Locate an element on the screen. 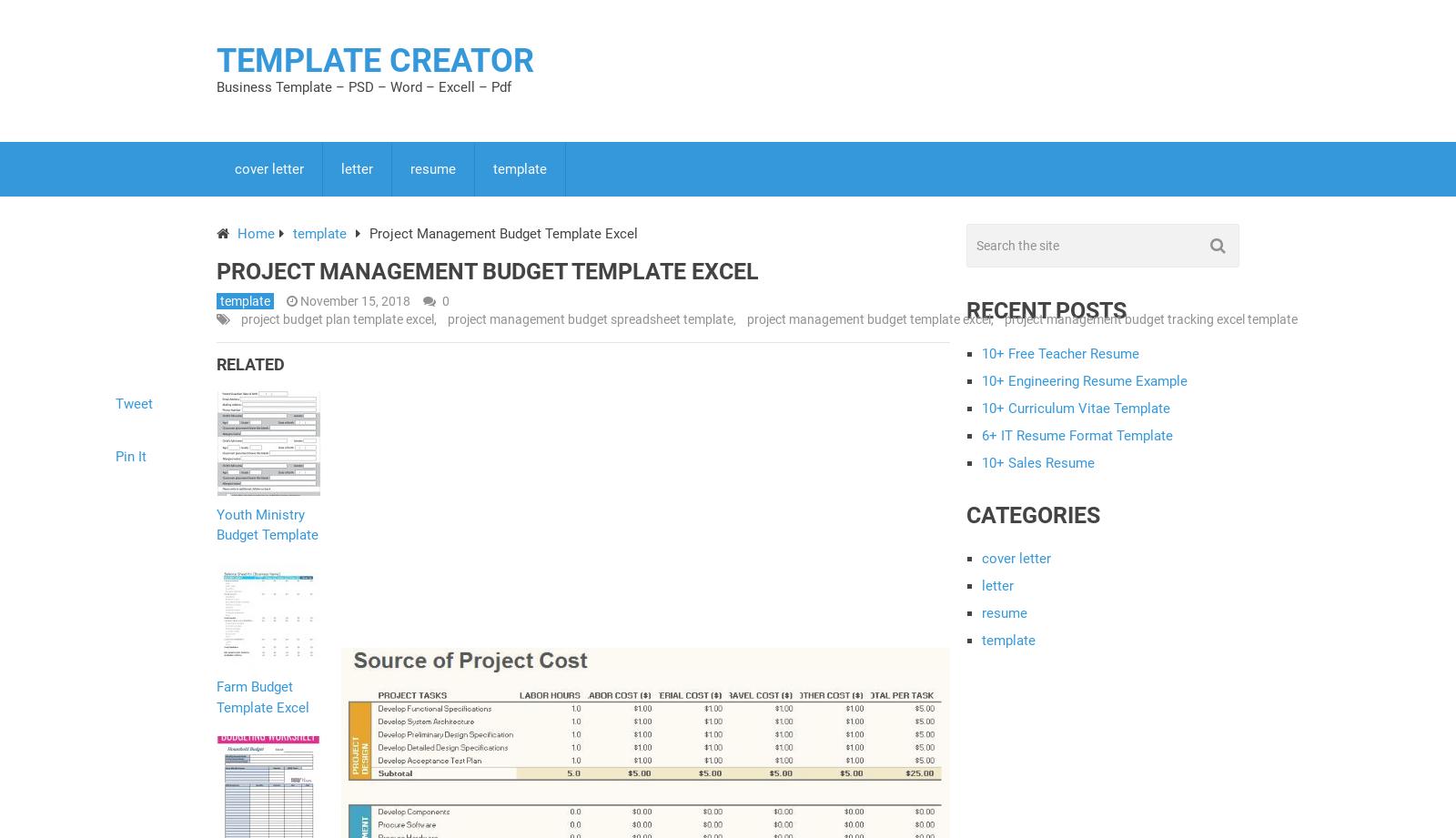 The width and height of the screenshot is (1456, 838). 'project management budget tracking excel template' is located at coordinates (1149, 318).